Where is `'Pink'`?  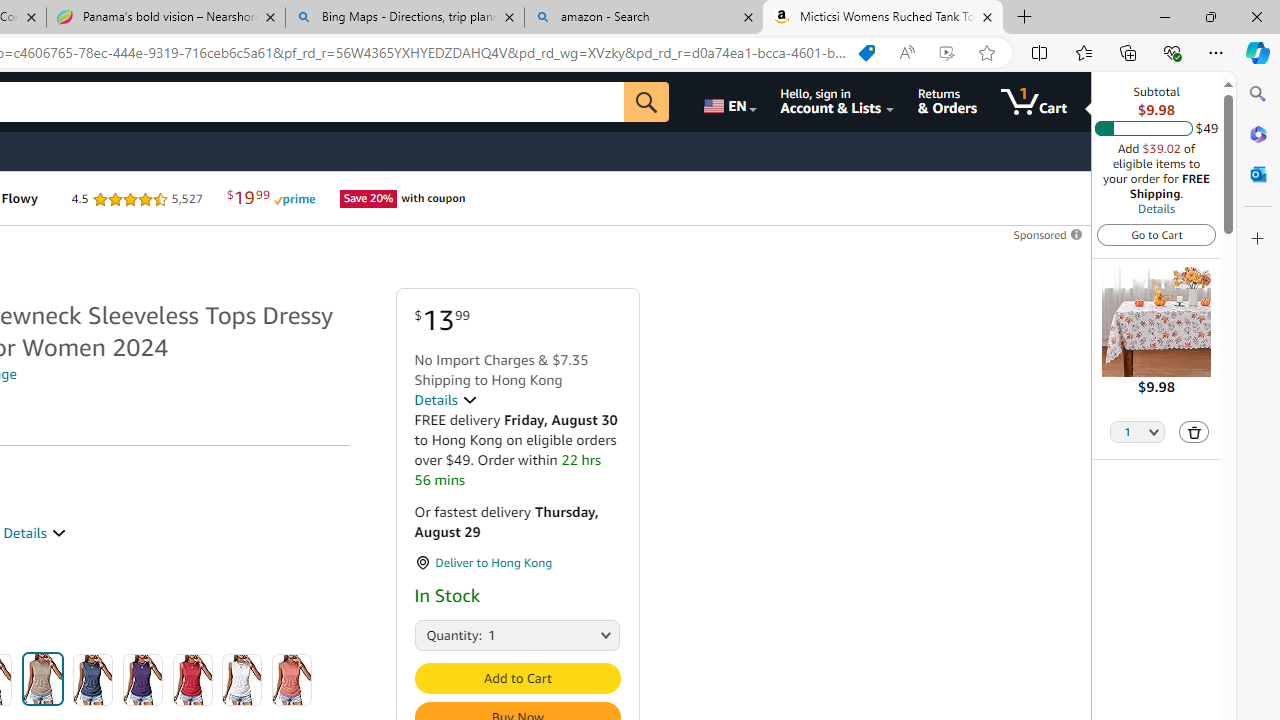
'Pink' is located at coordinates (291, 679).